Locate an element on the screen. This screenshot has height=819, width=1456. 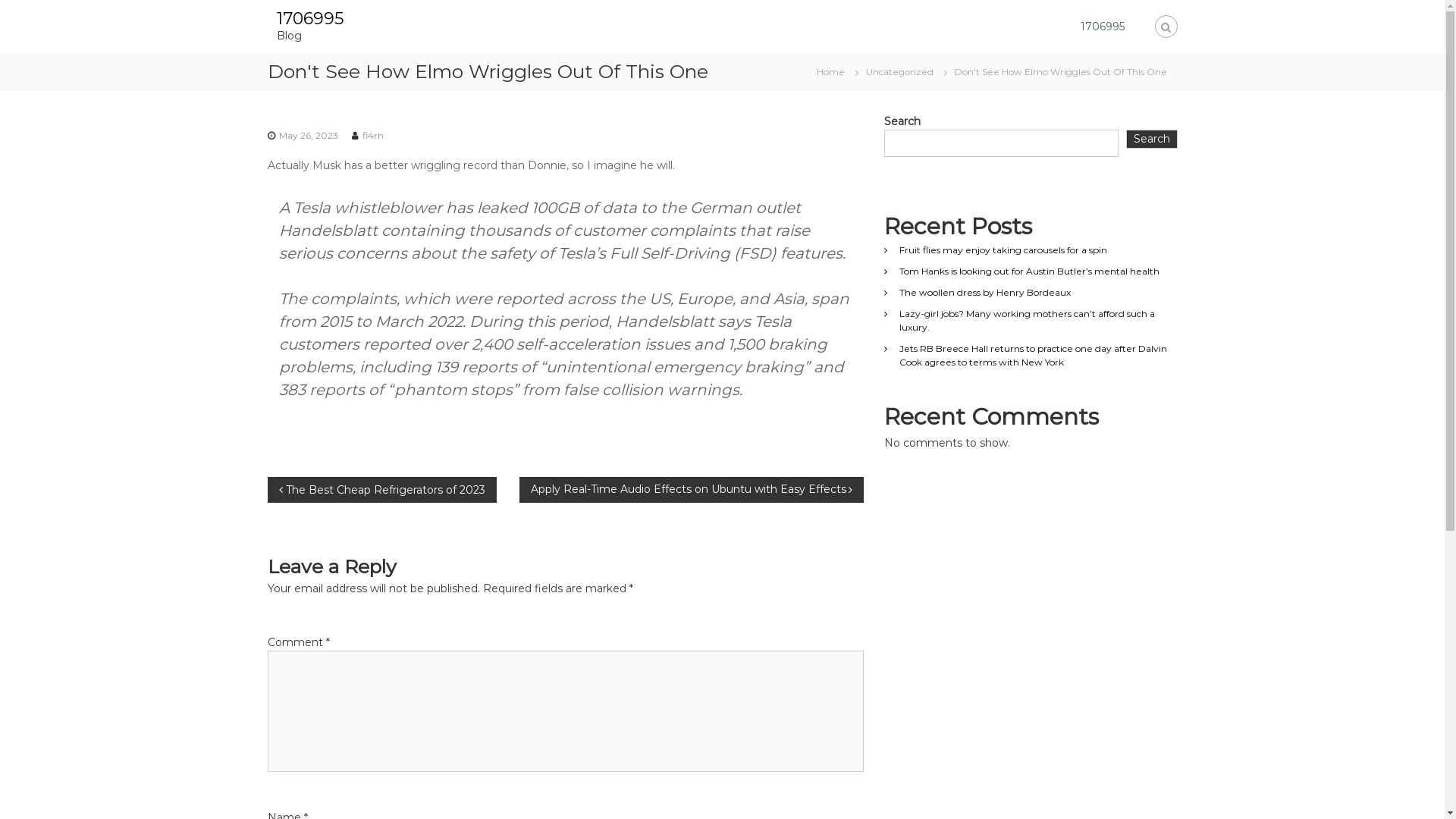
'fi4rh' is located at coordinates (372, 133).